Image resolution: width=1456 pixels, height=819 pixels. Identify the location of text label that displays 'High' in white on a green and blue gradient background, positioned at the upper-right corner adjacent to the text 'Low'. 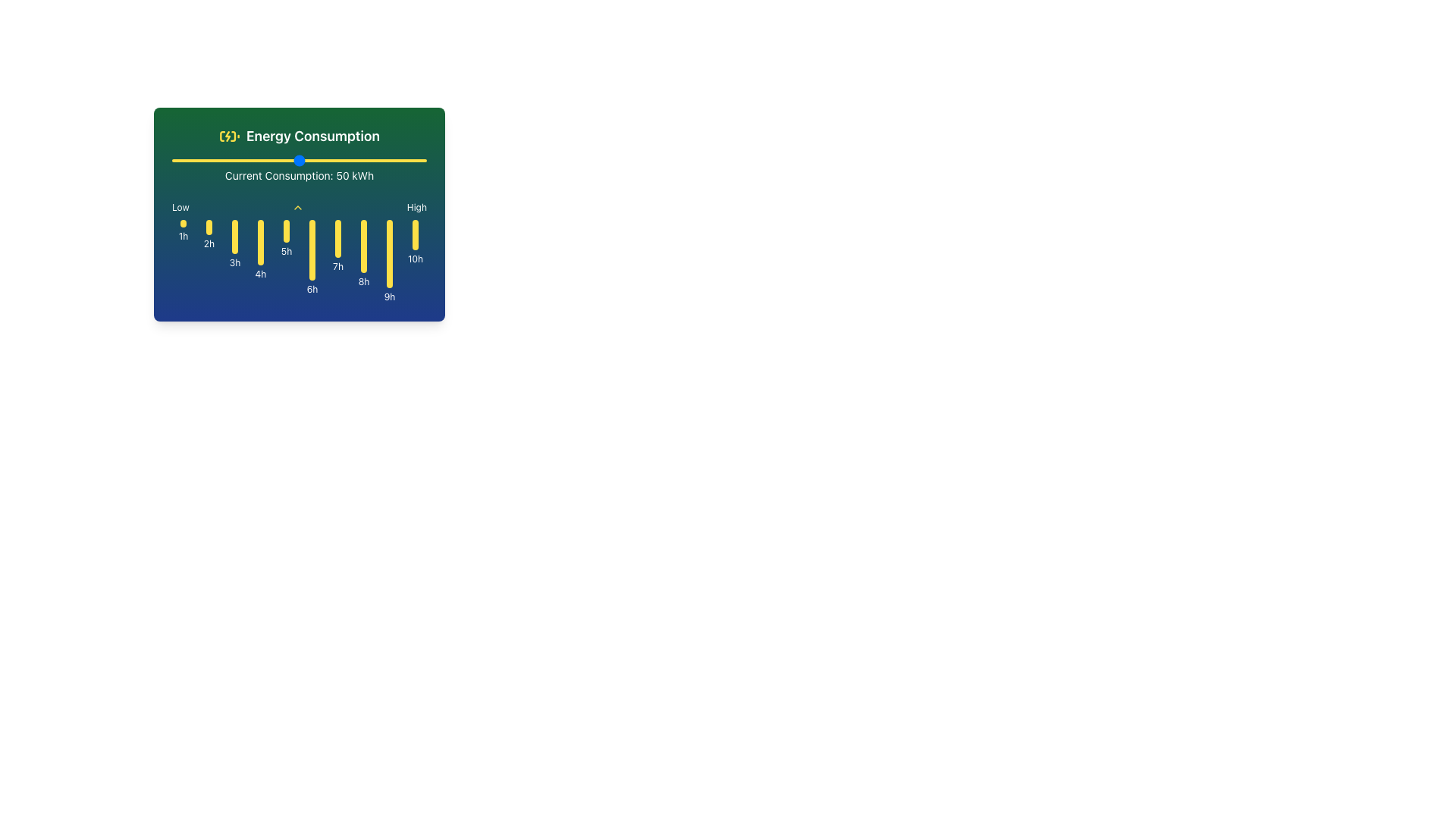
(416, 207).